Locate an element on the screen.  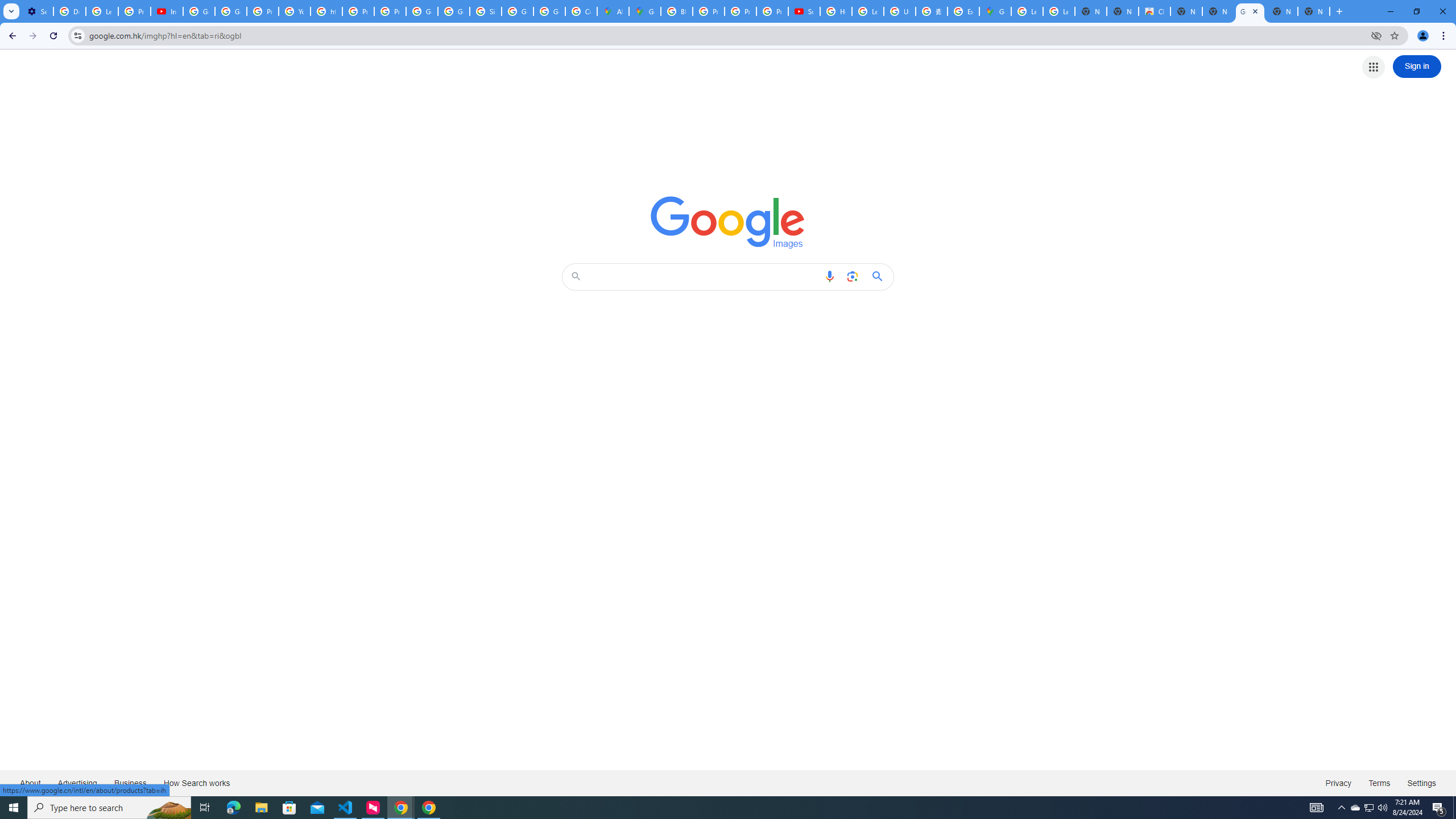
'Blogger Policies and Guidelines - Transparency Center' is located at coordinates (676, 11).